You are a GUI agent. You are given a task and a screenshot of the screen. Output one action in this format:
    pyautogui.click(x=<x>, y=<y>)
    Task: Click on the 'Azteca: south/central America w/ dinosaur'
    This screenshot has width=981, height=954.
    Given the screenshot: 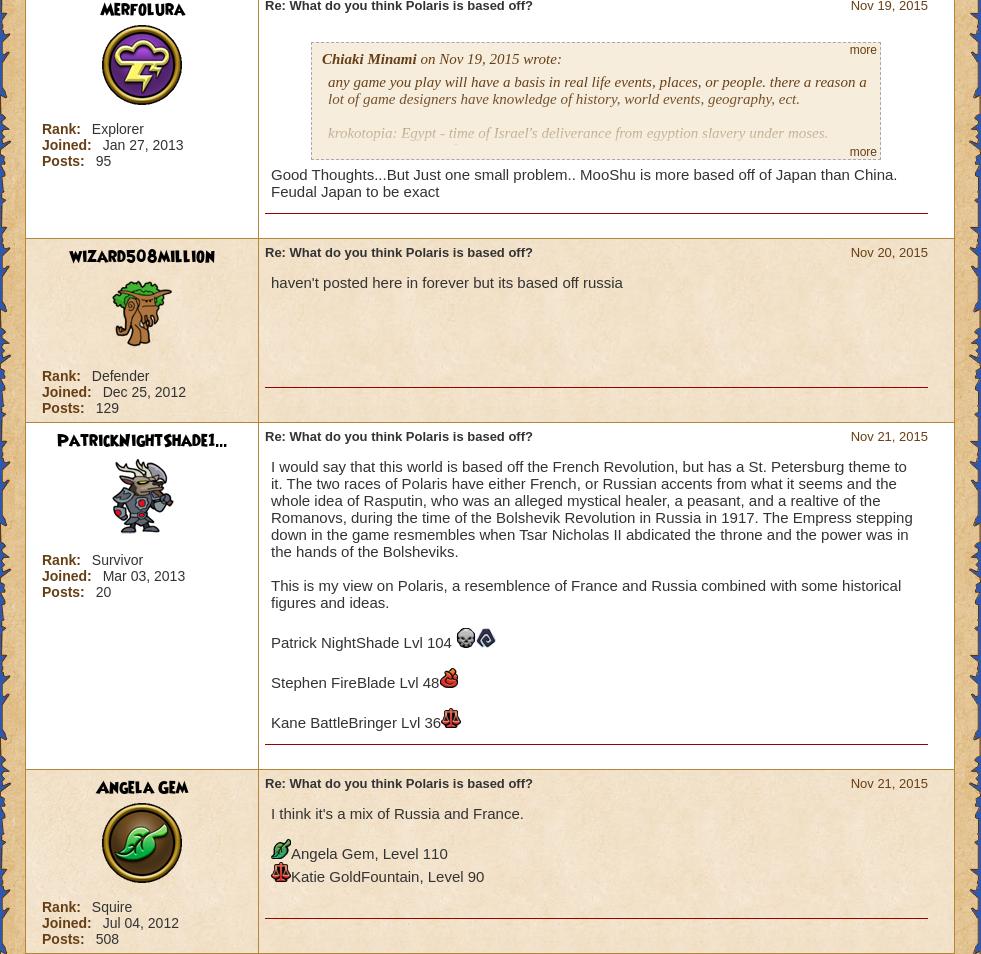 What is the action you would take?
    pyautogui.click(x=455, y=269)
    